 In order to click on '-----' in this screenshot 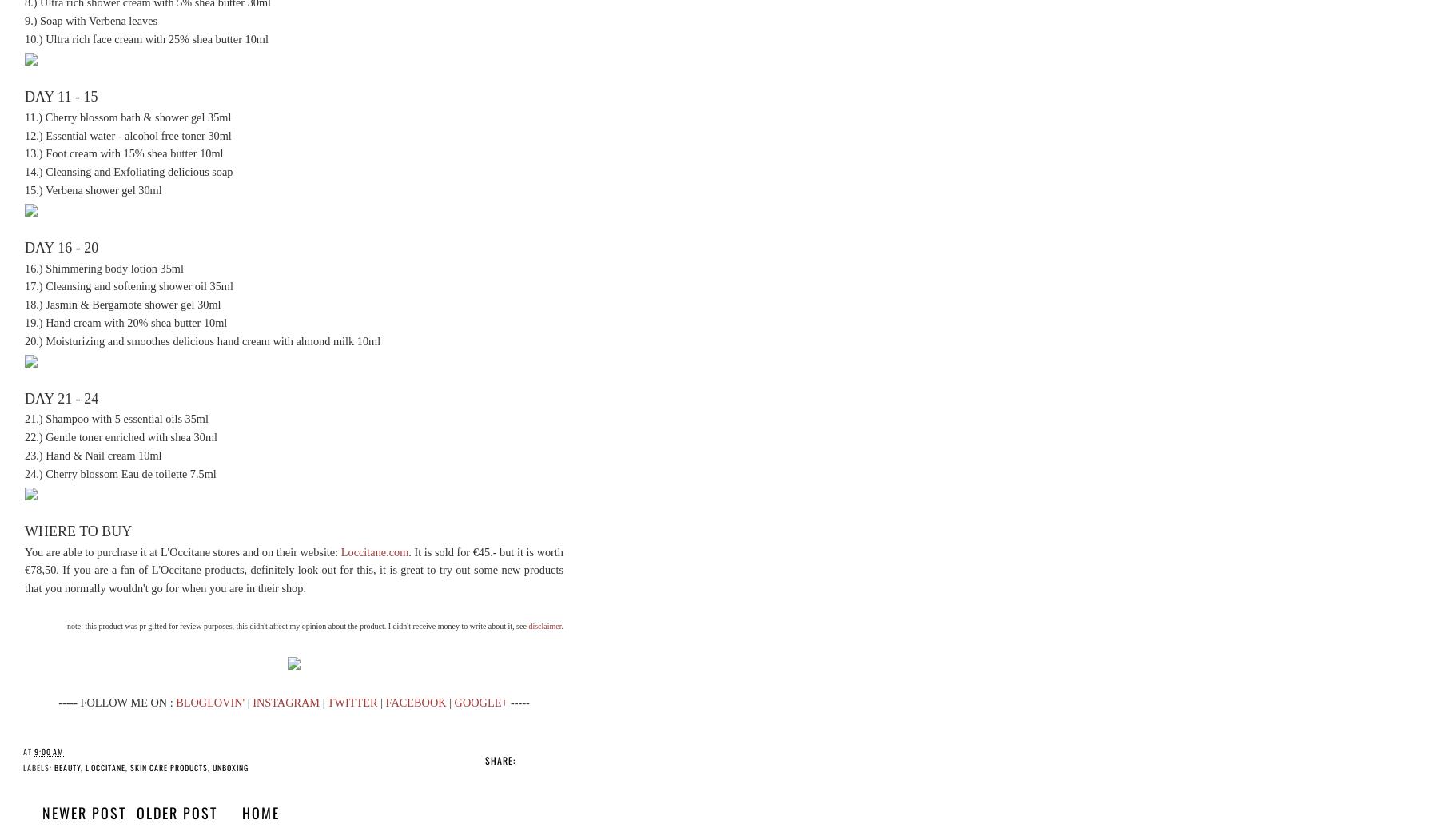, I will do `click(518, 701)`.